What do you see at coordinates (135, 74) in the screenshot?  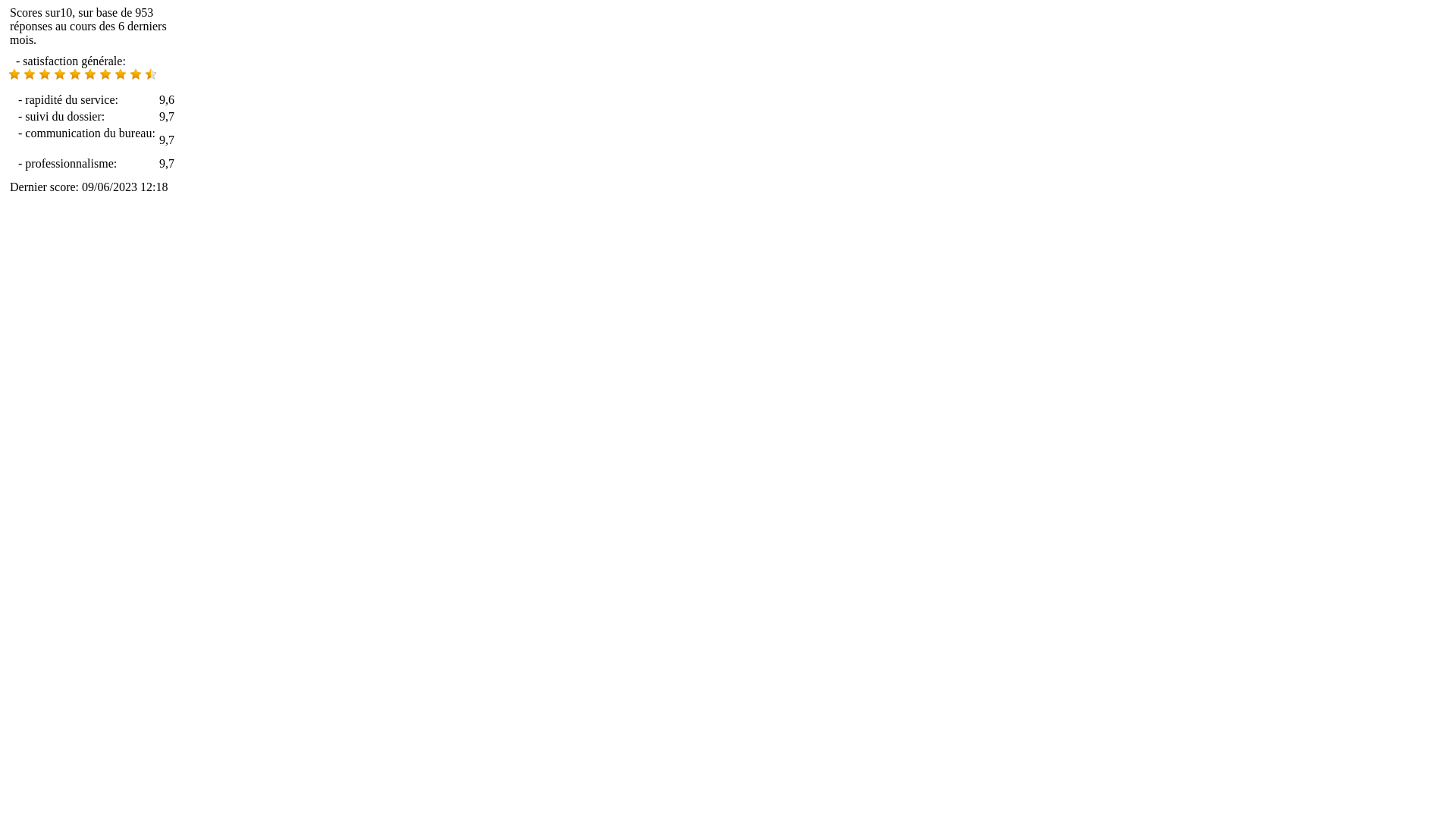 I see `'9.6715634837356'` at bounding box center [135, 74].